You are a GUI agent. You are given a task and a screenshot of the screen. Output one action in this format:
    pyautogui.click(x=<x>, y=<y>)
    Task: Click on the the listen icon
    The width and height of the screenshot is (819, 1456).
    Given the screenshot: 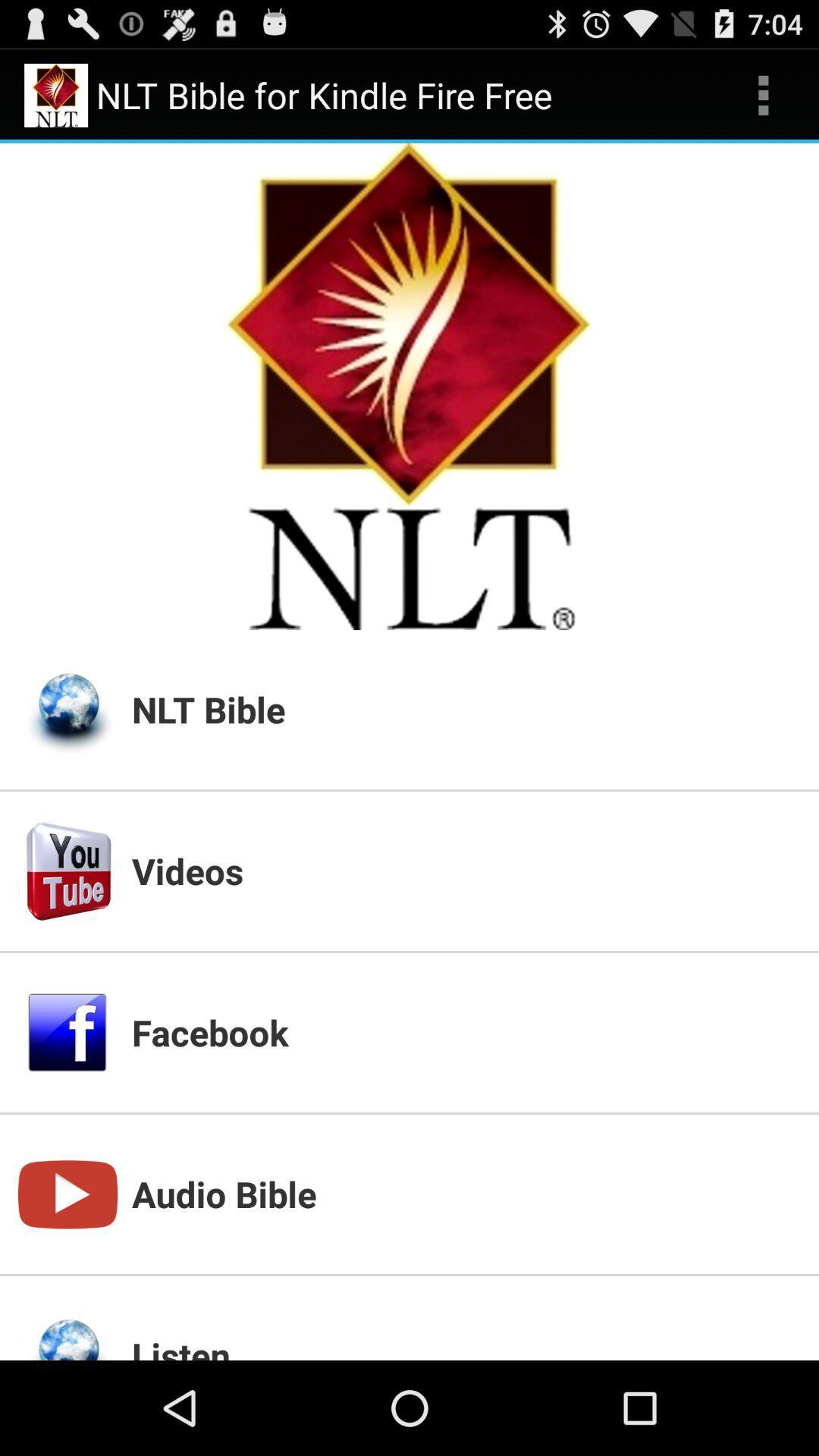 What is the action you would take?
    pyautogui.click(x=465, y=1345)
    